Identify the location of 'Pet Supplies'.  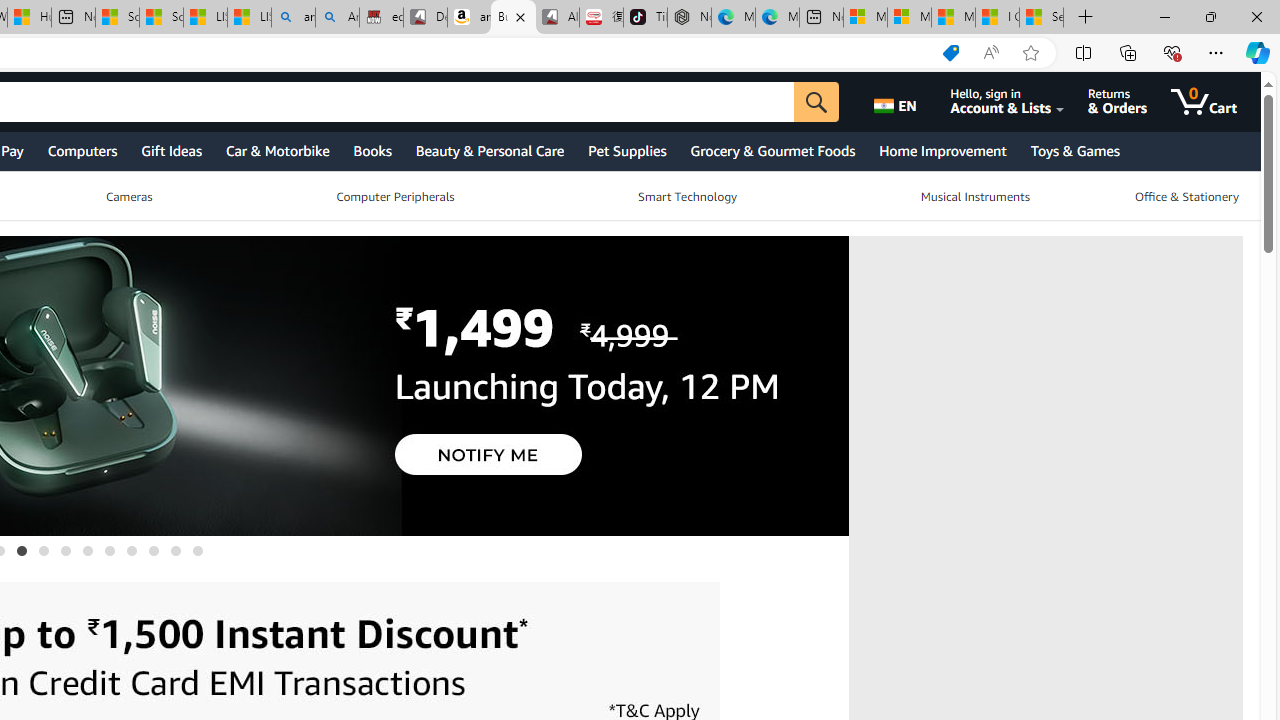
(625, 149).